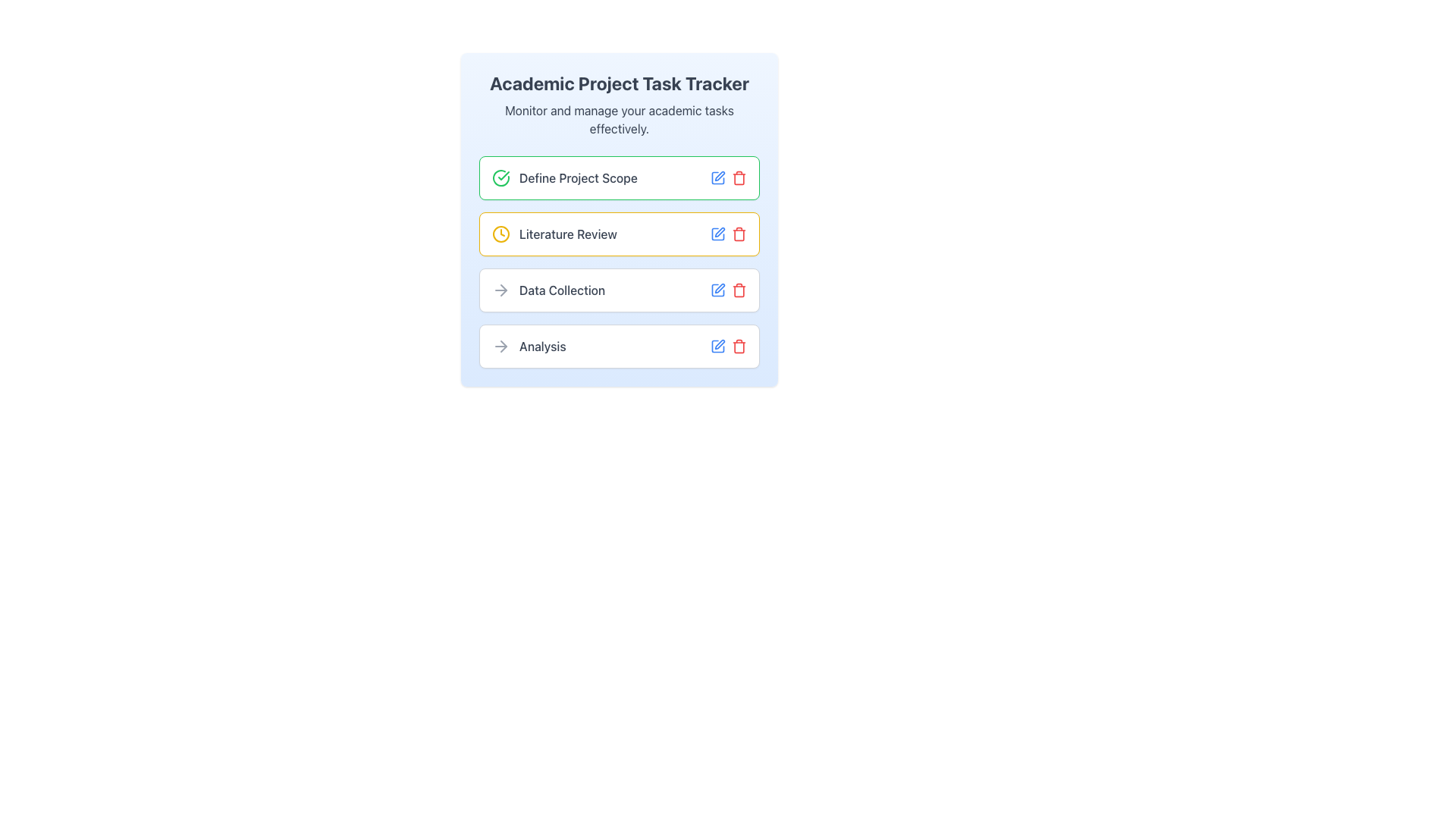  Describe the element at coordinates (561, 290) in the screenshot. I see `text label displaying 'Data Collection', which is the third item in a vertical list of tasks, positioned between 'Literature Review' and 'Analysis'` at that location.